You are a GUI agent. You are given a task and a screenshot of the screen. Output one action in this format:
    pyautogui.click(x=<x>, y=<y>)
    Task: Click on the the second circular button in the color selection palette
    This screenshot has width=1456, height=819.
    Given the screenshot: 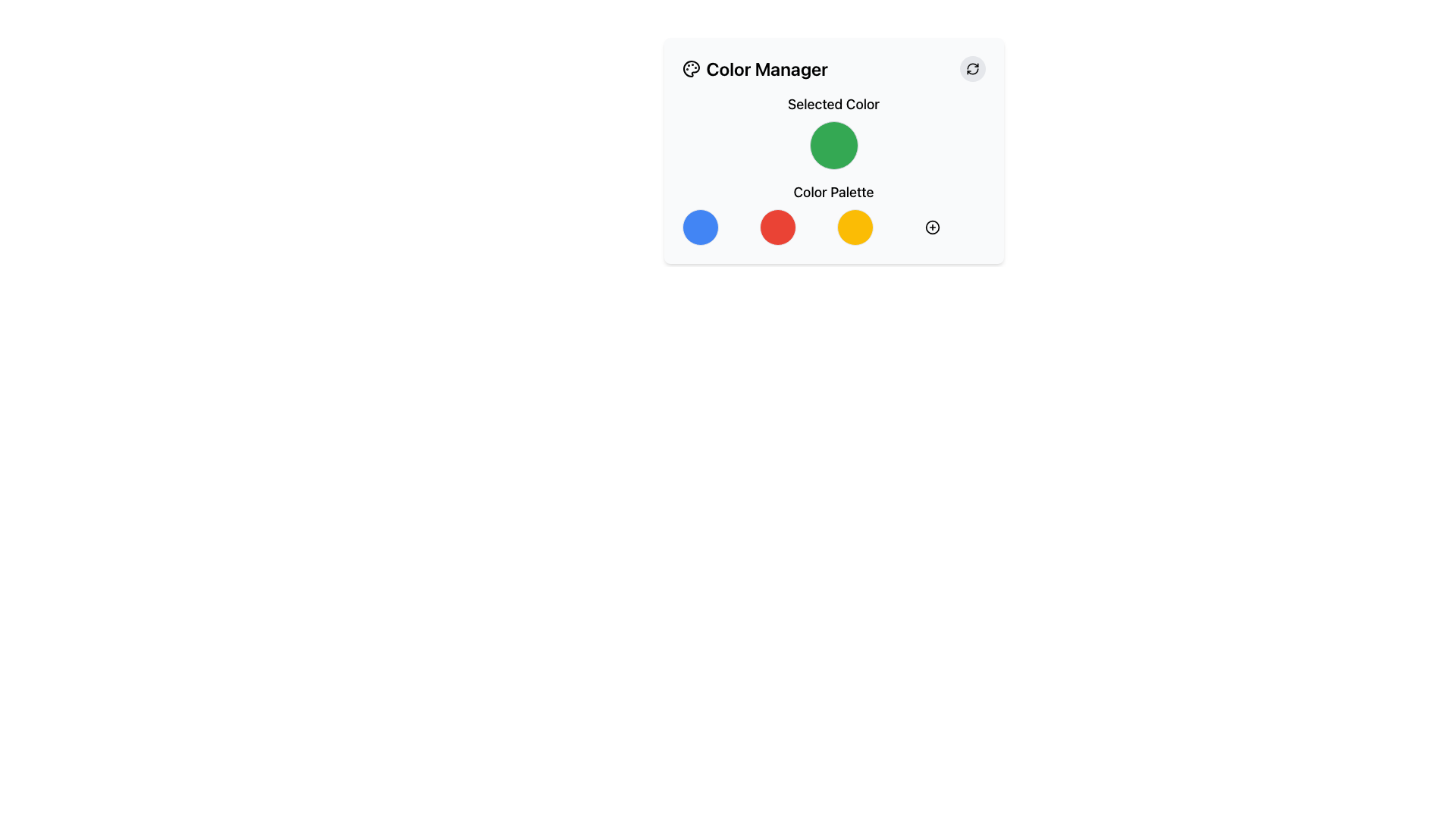 What is the action you would take?
    pyautogui.click(x=777, y=227)
    